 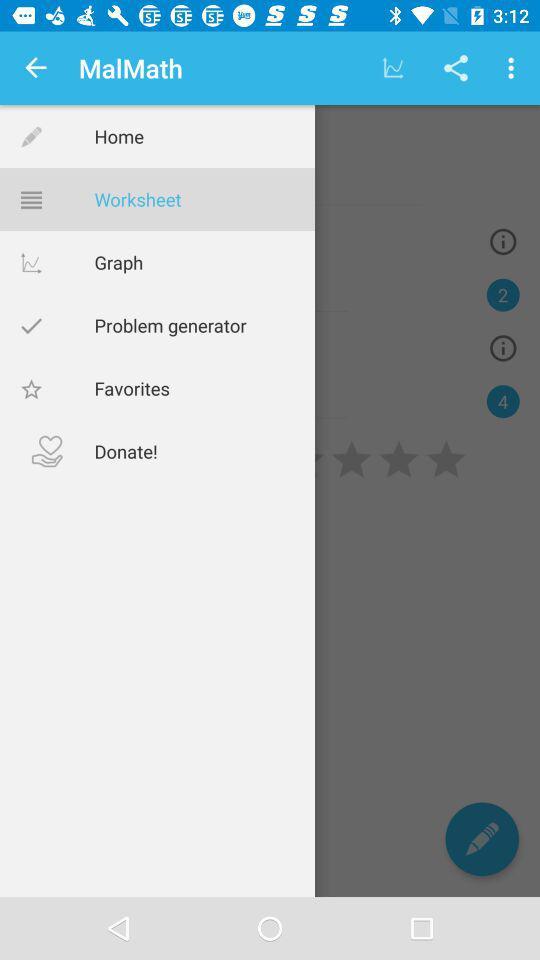 I want to click on the edit icon, so click(x=481, y=839).